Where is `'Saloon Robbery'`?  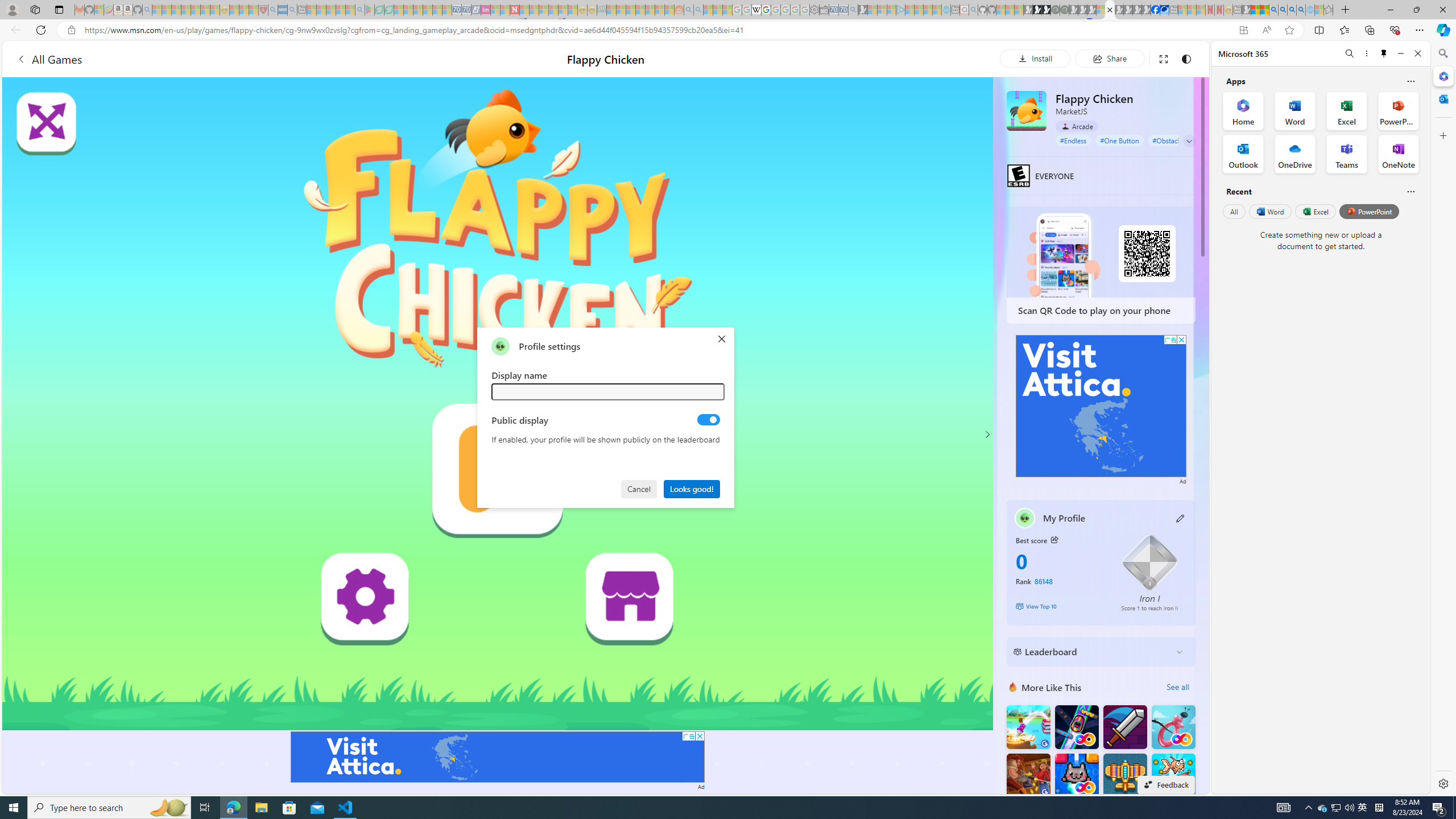 'Saloon Robbery' is located at coordinates (1028, 775).